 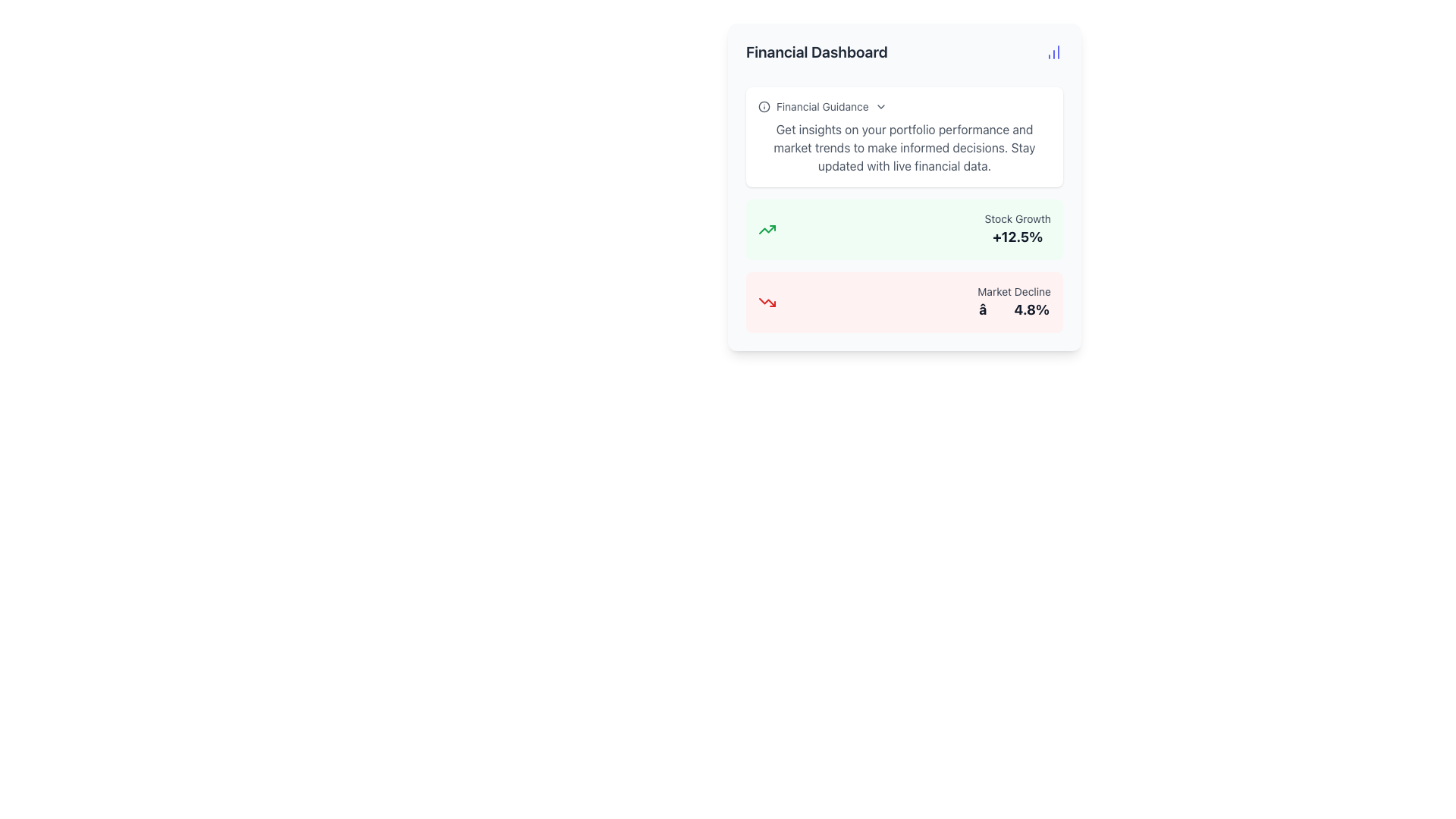 I want to click on the heading text element labeled 'Financial Dashboard', which is styled with a bold font and dark gray color, located at the top of the dashboard, so click(x=816, y=52).